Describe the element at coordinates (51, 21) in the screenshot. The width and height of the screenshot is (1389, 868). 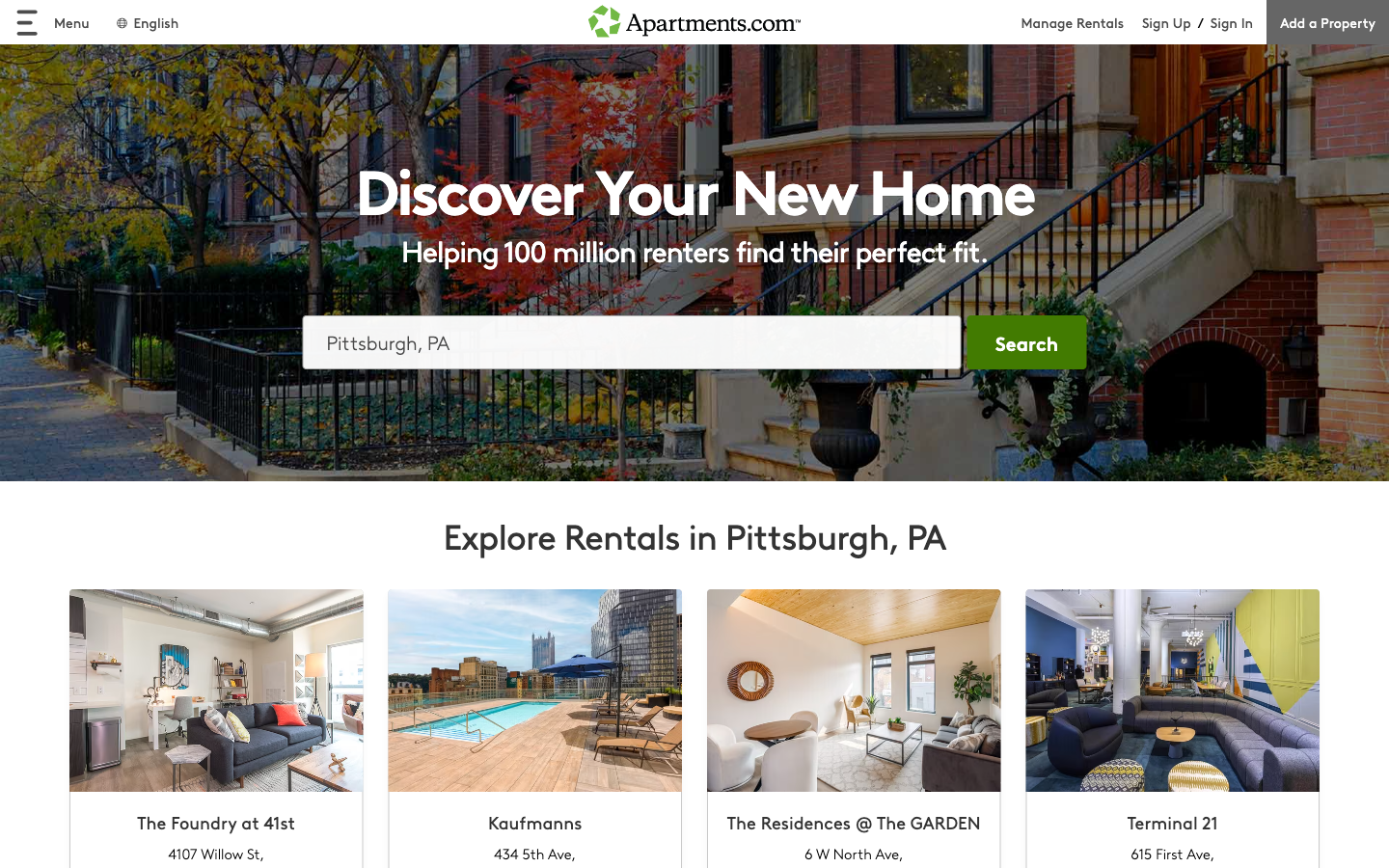
I see `display dropdown menu` at that location.